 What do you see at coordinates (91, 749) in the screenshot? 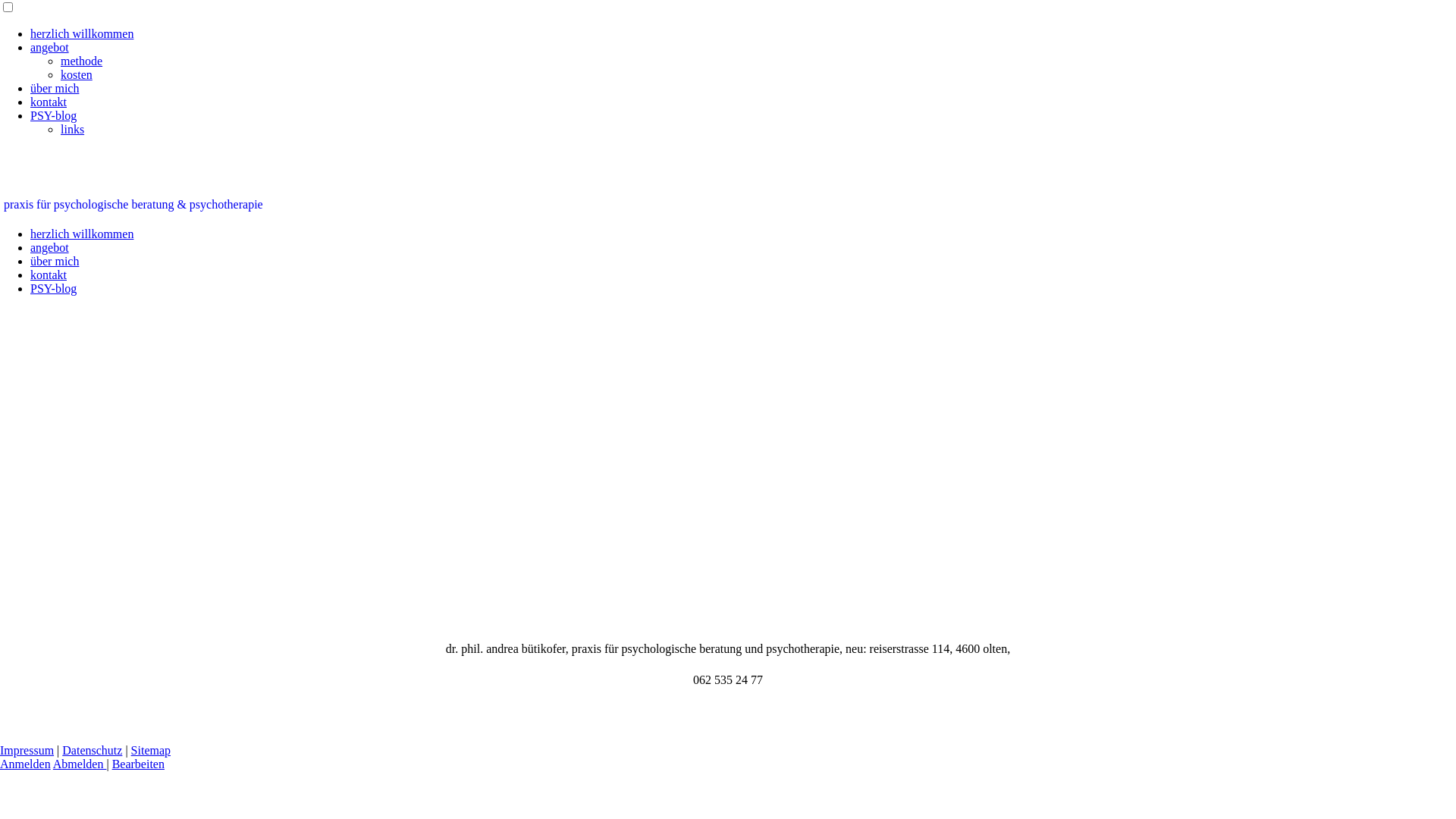
I see `'Datenschutz'` at bounding box center [91, 749].